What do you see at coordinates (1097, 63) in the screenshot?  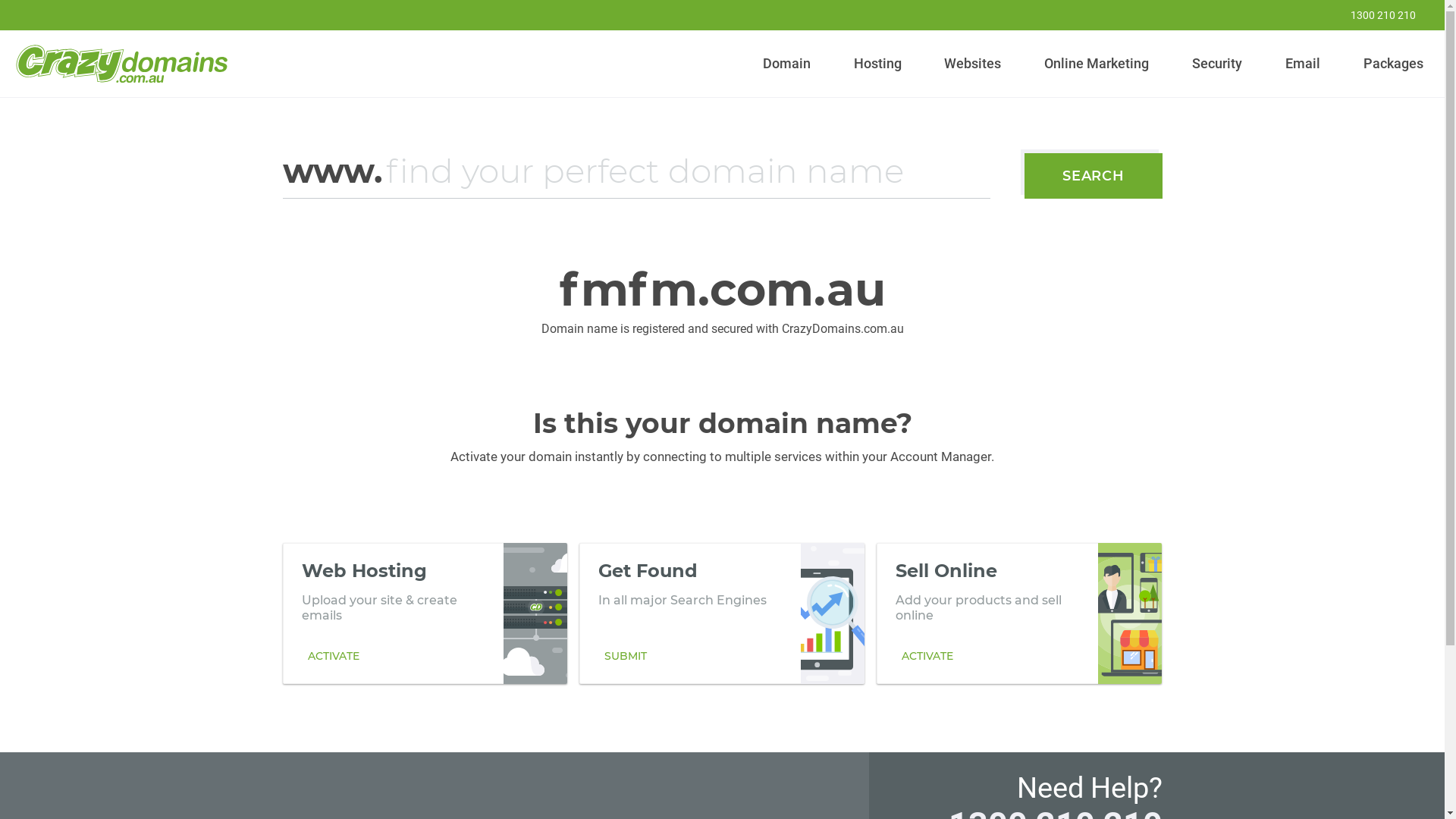 I see `'Online Marketing'` at bounding box center [1097, 63].